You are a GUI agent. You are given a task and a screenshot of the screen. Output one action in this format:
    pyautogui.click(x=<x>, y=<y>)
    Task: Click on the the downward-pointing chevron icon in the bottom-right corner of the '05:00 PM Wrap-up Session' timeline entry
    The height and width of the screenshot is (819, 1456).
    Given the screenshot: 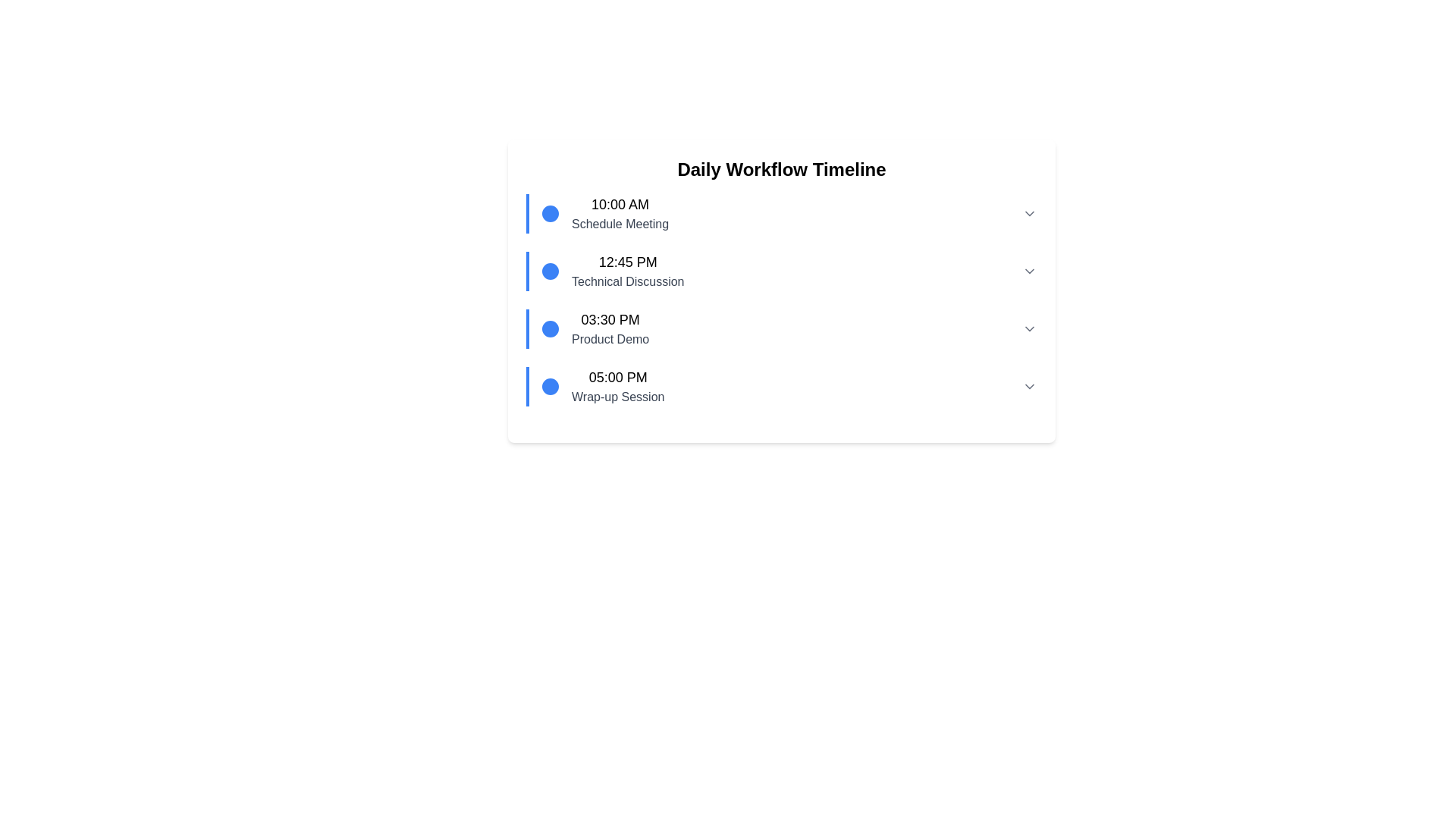 What is the action you would take?
    pyautogui.click(x=1030, y=385)
    